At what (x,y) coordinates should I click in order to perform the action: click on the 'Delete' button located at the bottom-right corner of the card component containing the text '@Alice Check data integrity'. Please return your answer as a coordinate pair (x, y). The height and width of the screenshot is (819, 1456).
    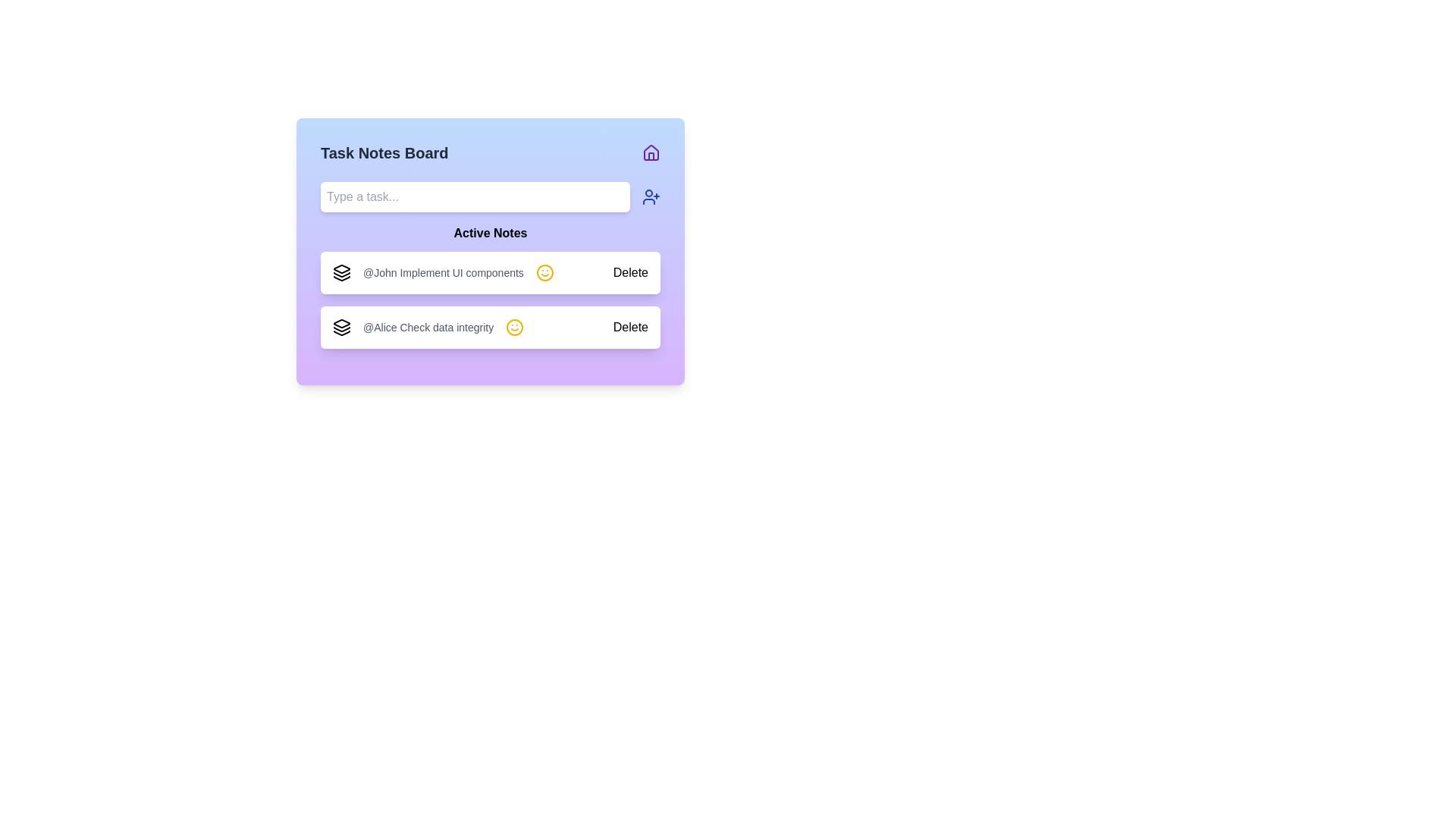
    Looking at the image, I should click on (630, 327).